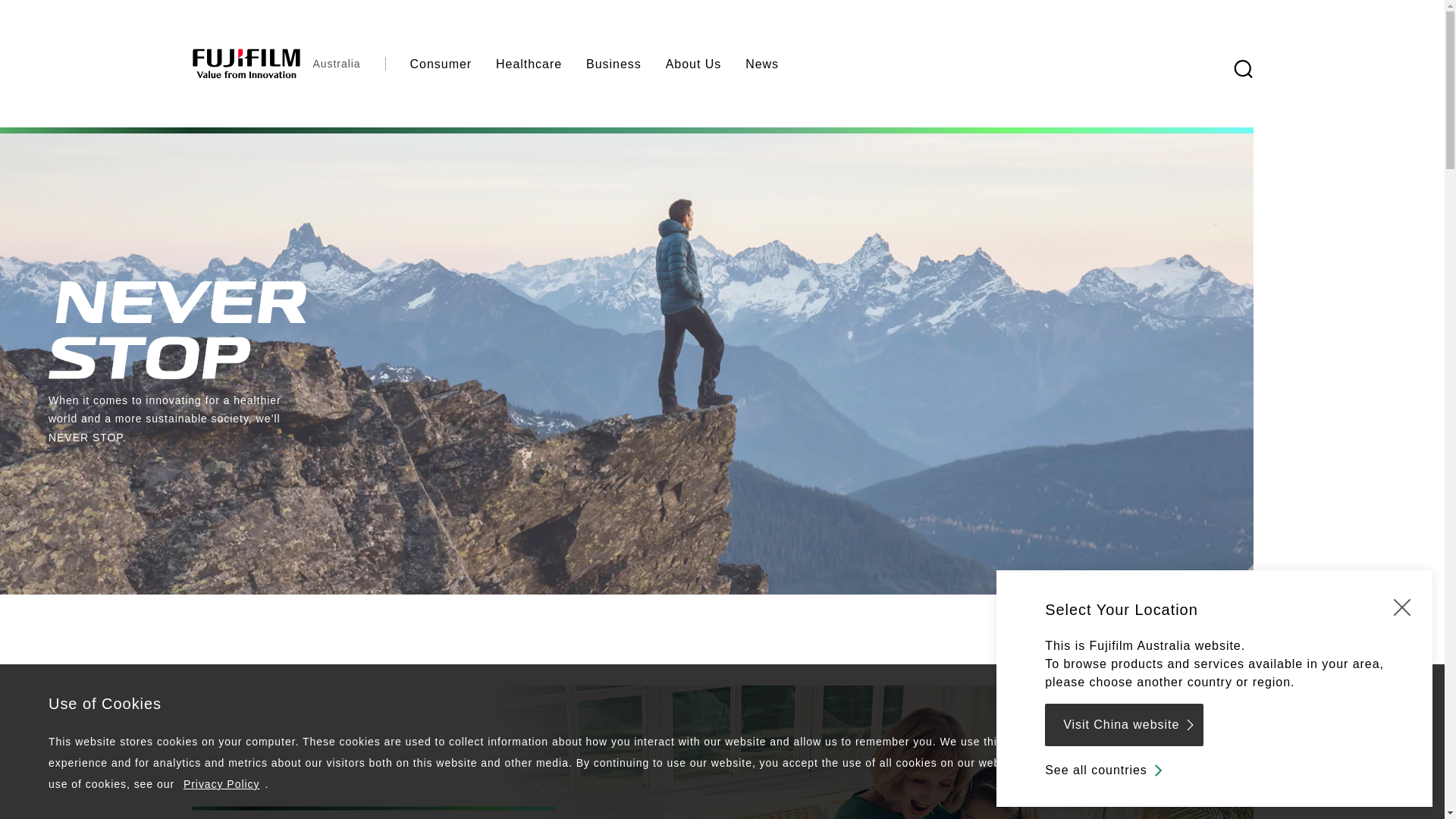 This screenshot has width=1456, height=819. What do you see at coordinates (182, 783) in the screenshot?
I see `'Privacy Policy'` at bounding box center [182, 783].